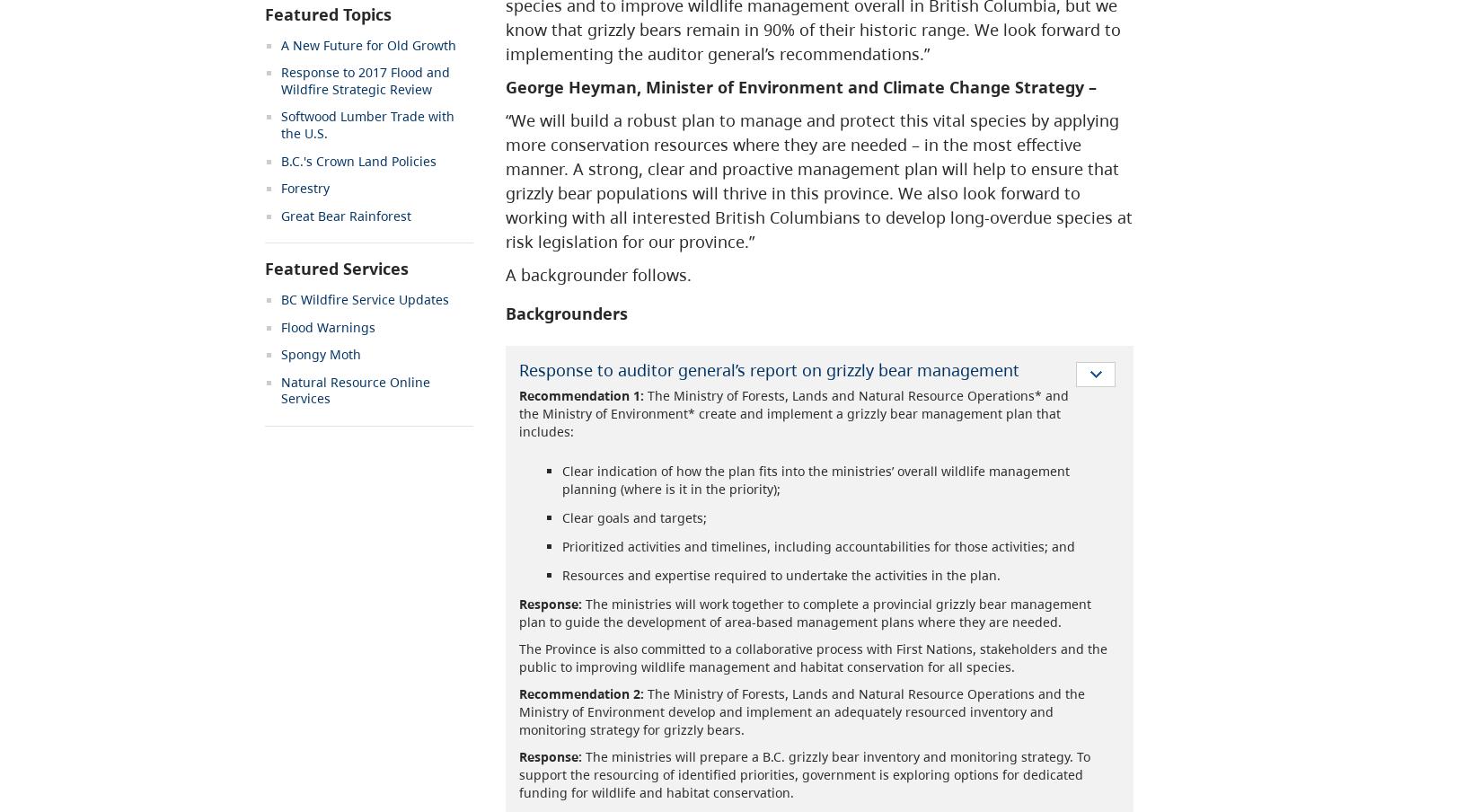 This screenshot has width=1482, height=812. What do you see at coordinates (768, 370) in the screenshot?
I see `'Response to auditor general’s report on grizzly bear management'` at bounding box center [768, 370].